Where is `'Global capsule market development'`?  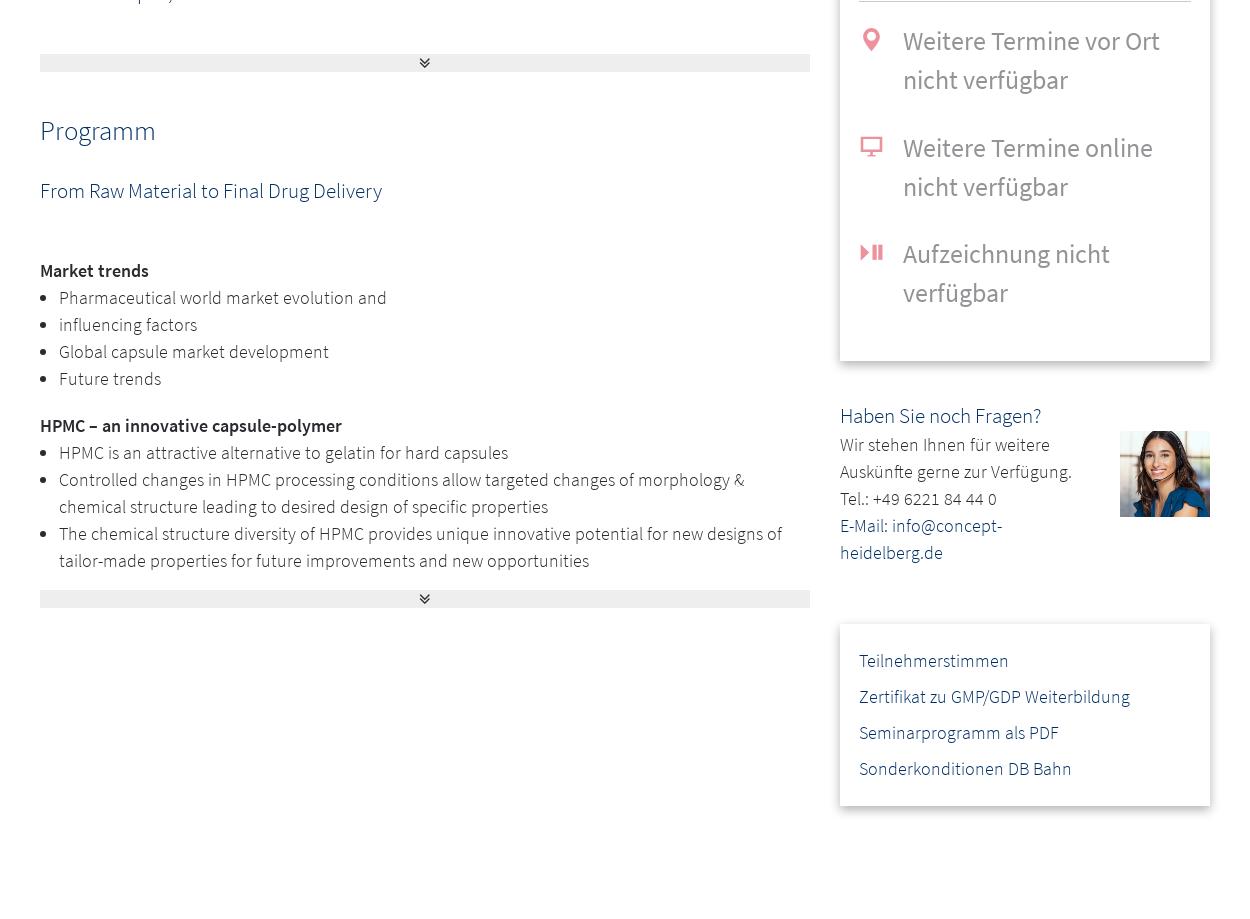 'Global capsule market development' is located at coordinates (193, 350).